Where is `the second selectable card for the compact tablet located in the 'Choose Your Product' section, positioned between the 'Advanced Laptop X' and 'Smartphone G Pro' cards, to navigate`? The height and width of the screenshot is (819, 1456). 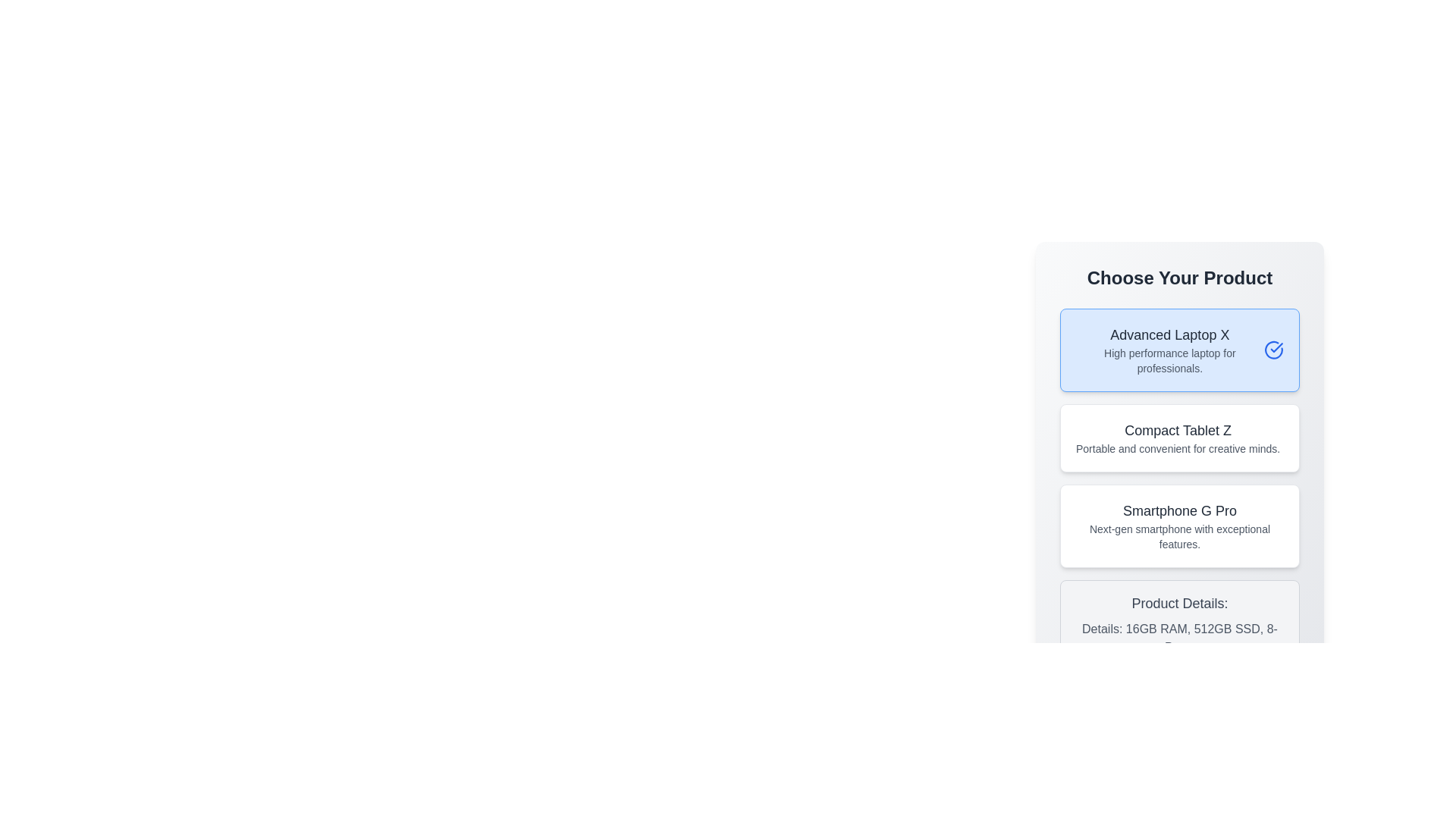
the second selectable card for the compact tablet located in the 'Choose Your Product' section, positioned between the 'Advanced Laptop X' and 'Smartphone G Pro' cards, to navigate is located at coordinates (1178, 438).